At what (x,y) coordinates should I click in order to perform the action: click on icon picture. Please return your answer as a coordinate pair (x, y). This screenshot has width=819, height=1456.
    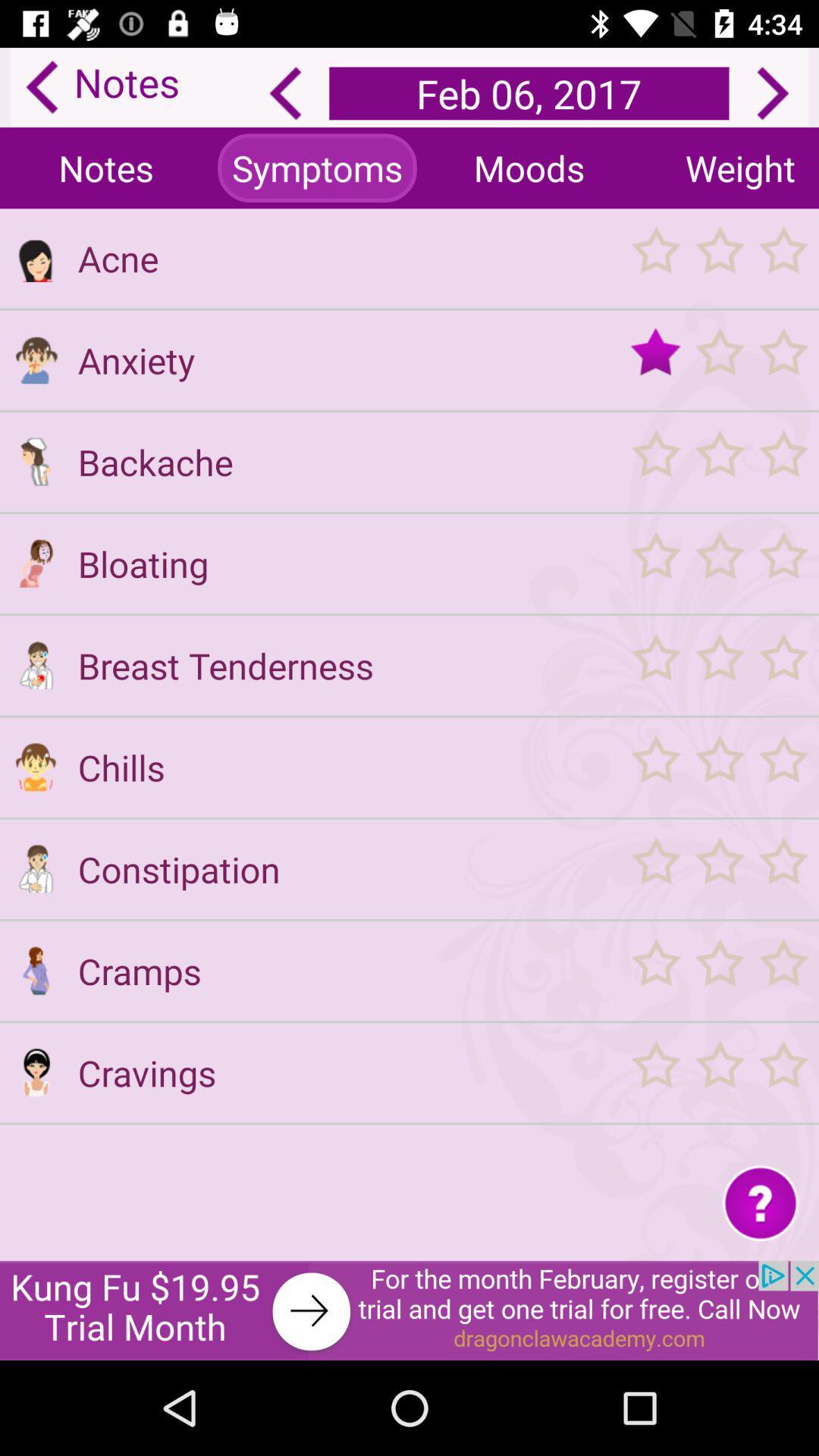
    Looking at the image, I should click on (35, 563).